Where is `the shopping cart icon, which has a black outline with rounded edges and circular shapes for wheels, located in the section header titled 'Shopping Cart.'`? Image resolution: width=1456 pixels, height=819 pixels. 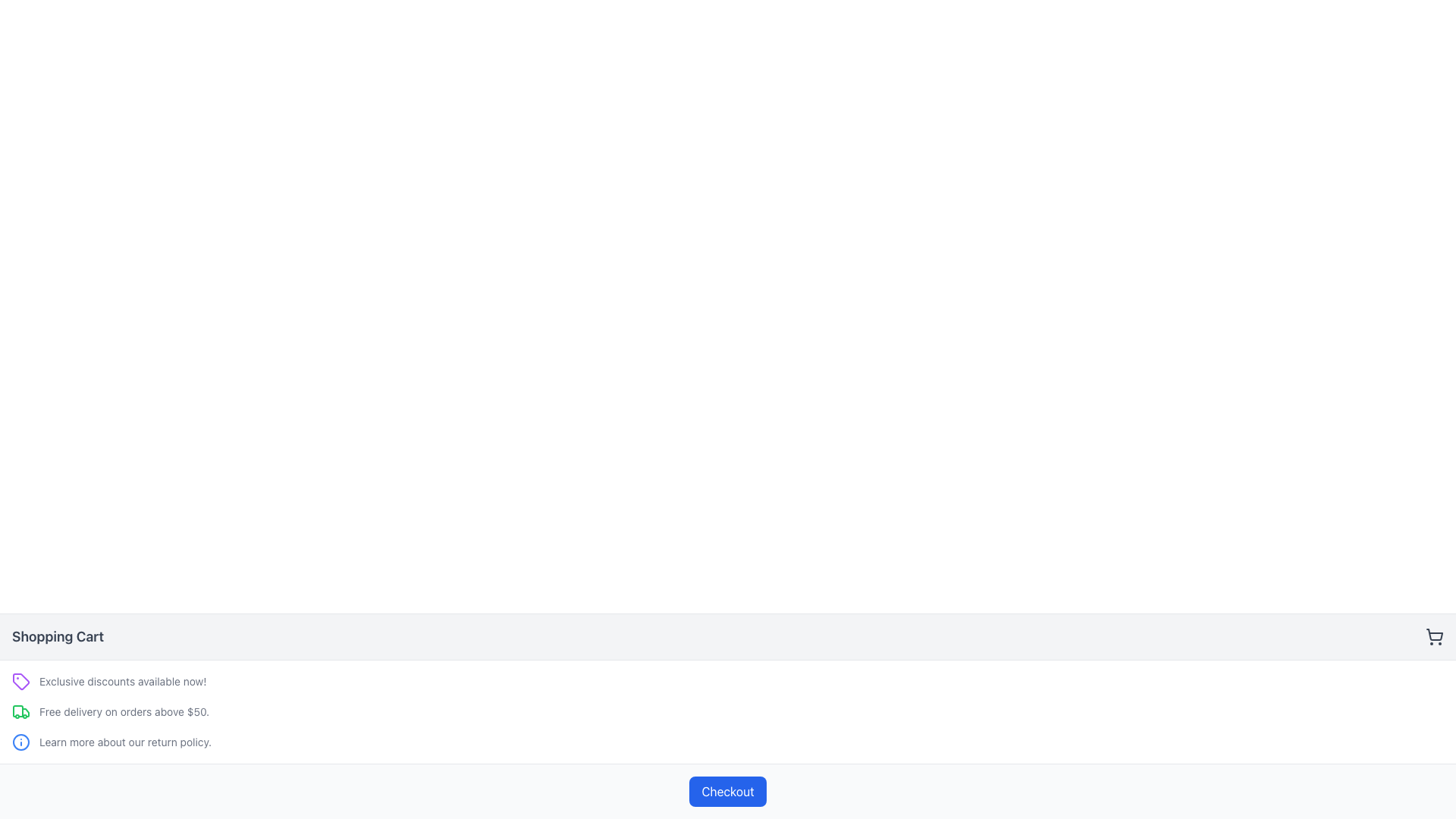 the shopping cart icon, which has a black outline with rounded edges and circular shapes for wheels, located in the section header titled 'Shopping Cart.' is located at coordinates (1433, 637).